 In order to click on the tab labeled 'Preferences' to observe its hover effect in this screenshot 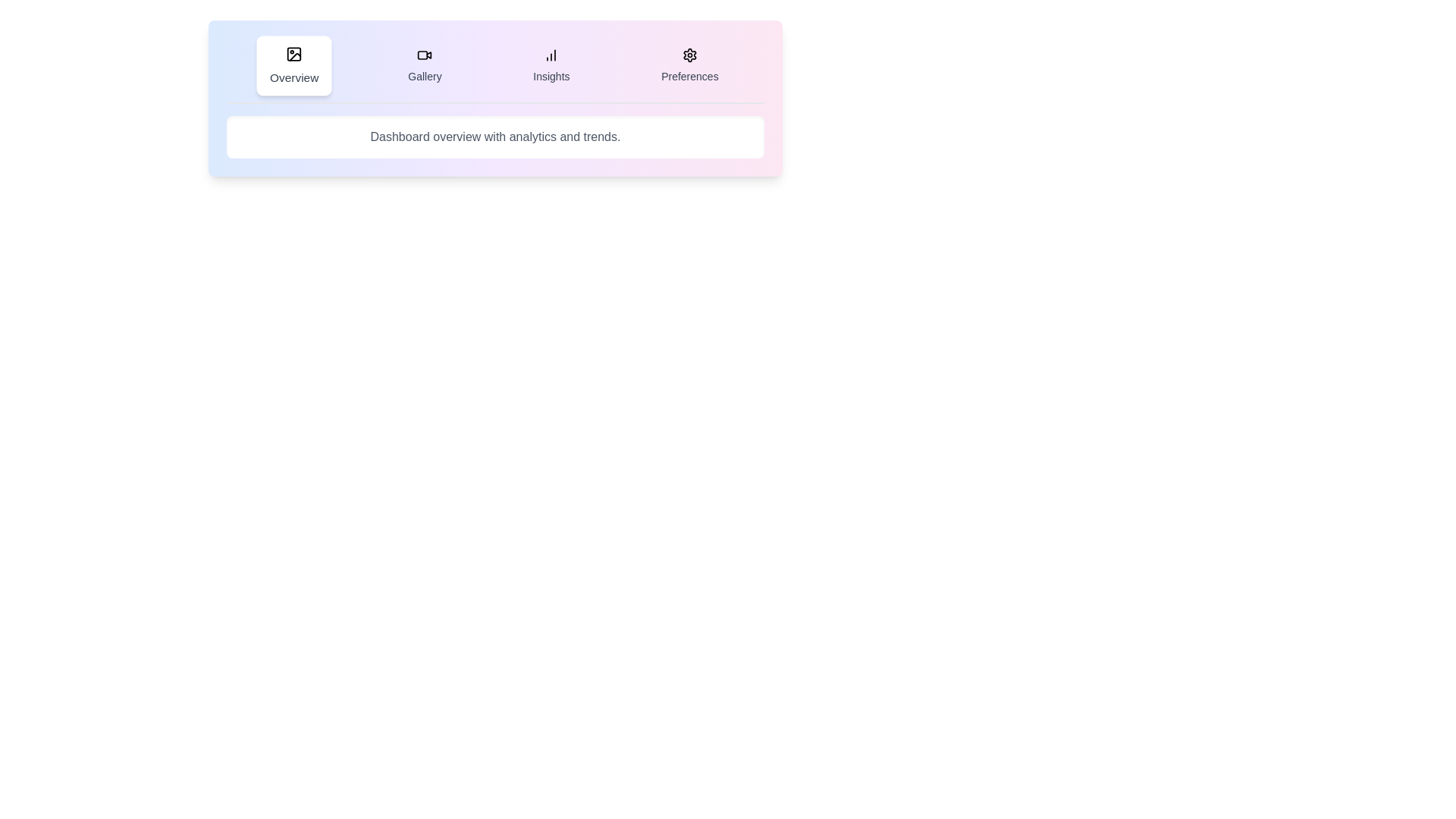, I will do `click(688, 65)`.